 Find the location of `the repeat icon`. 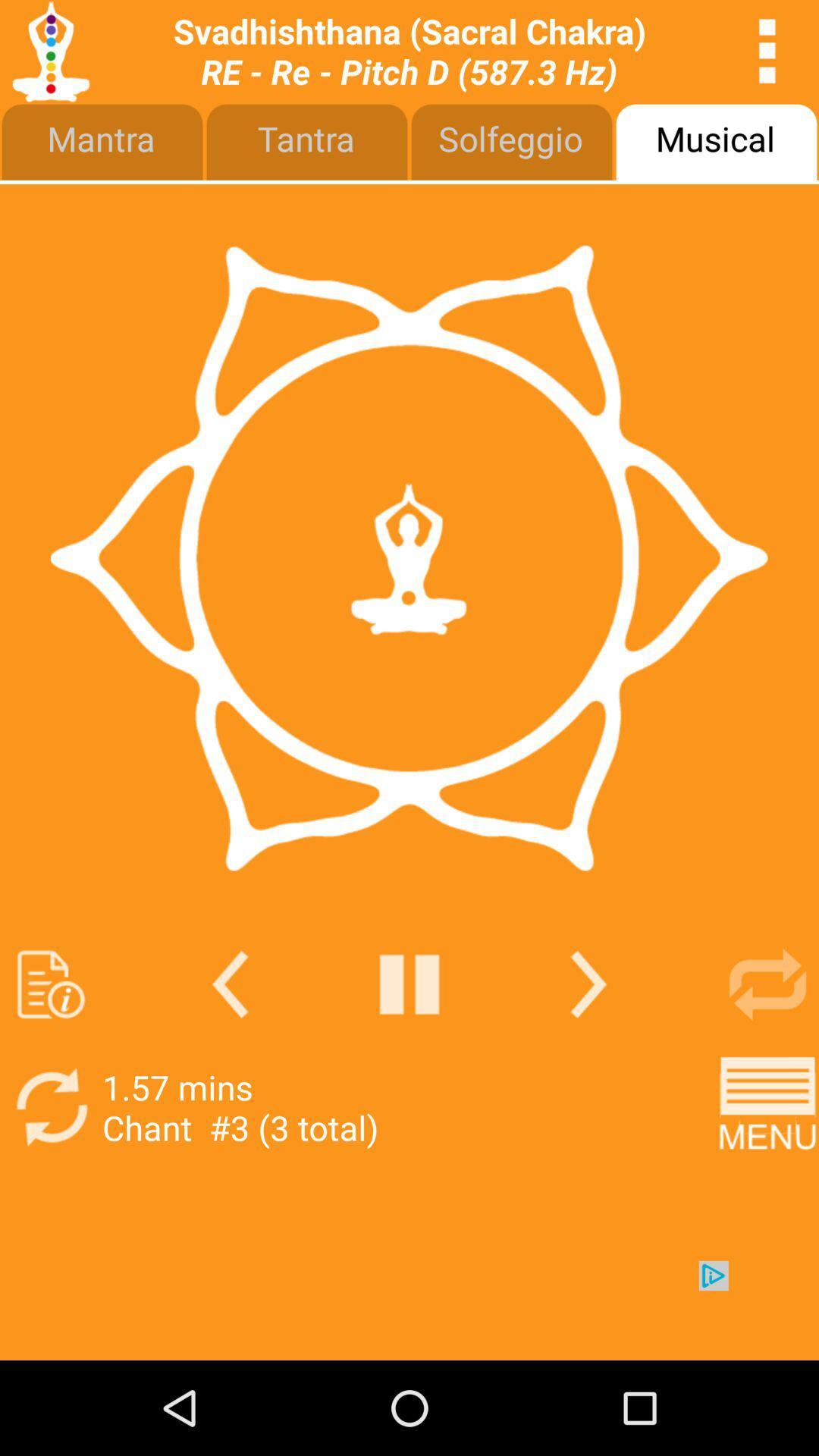

the repeat icon is located at coordinates (767, 1053).